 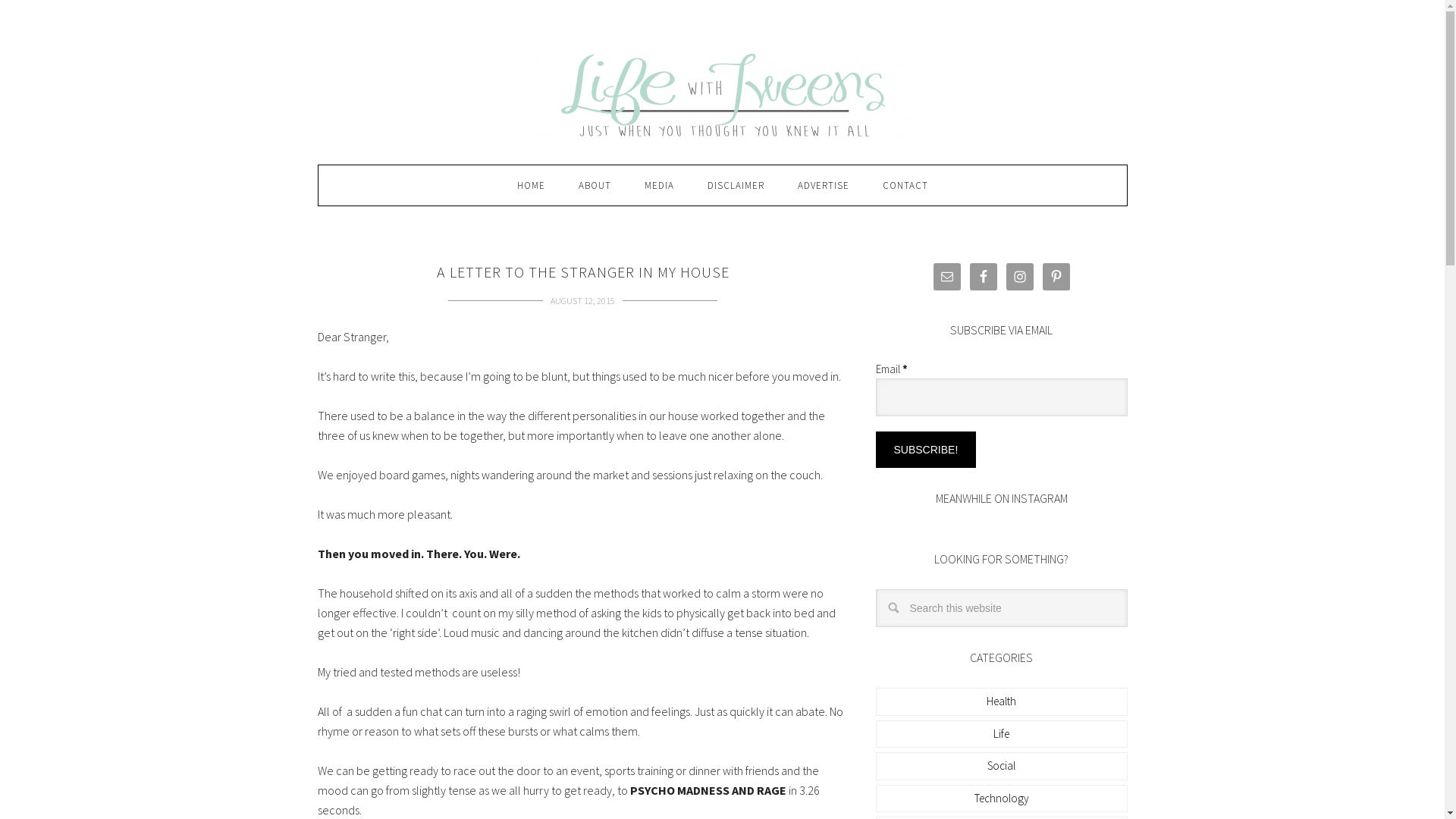 What do you see at coordinates (1001, 701) in the screenshot?
I see `'Health'` at bounding box center [1001, 701].